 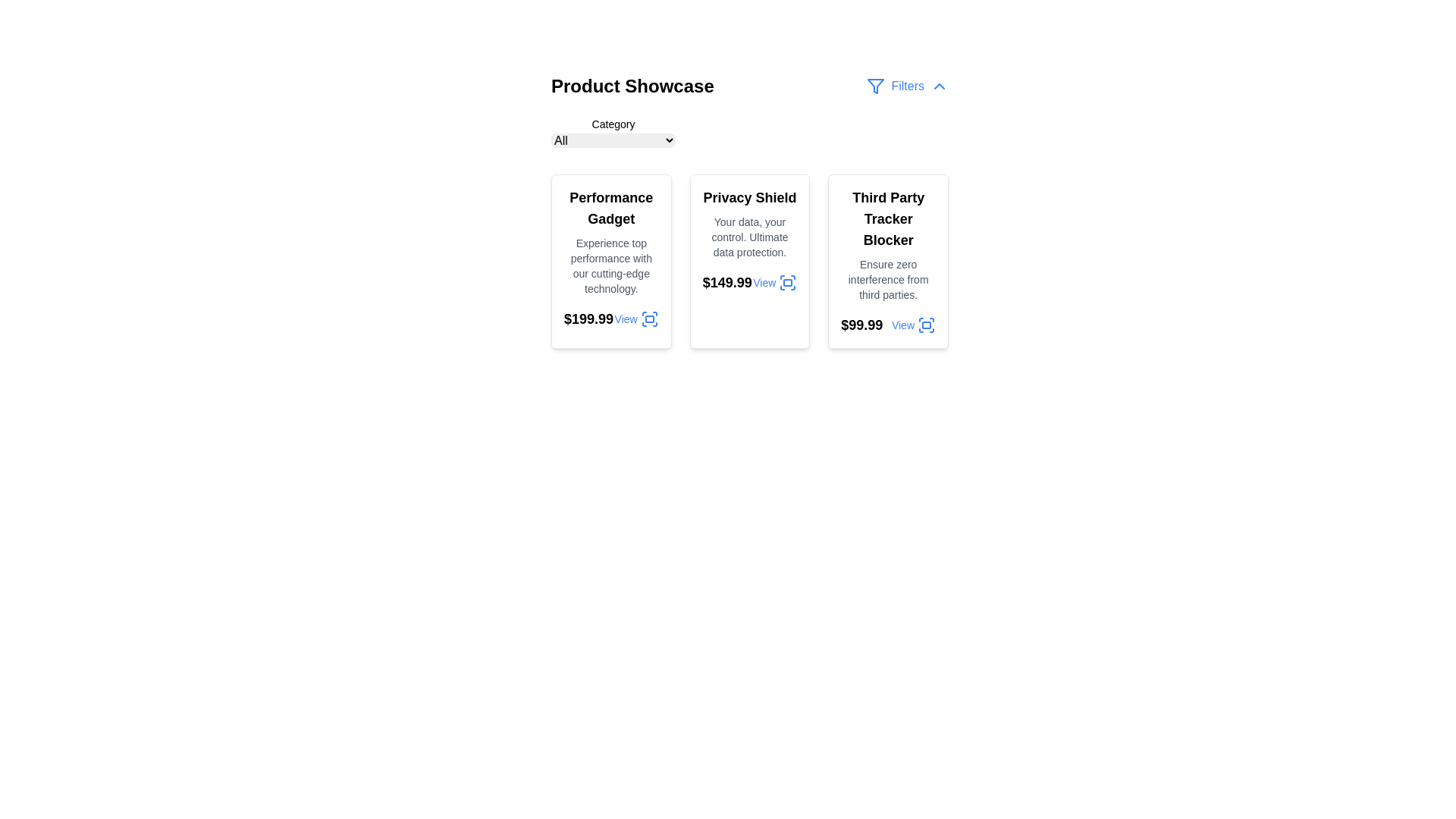 I want to click on the Dropdown indicator icon located immediately to the right of the 'Filters' text, so click(x=938, y=86).